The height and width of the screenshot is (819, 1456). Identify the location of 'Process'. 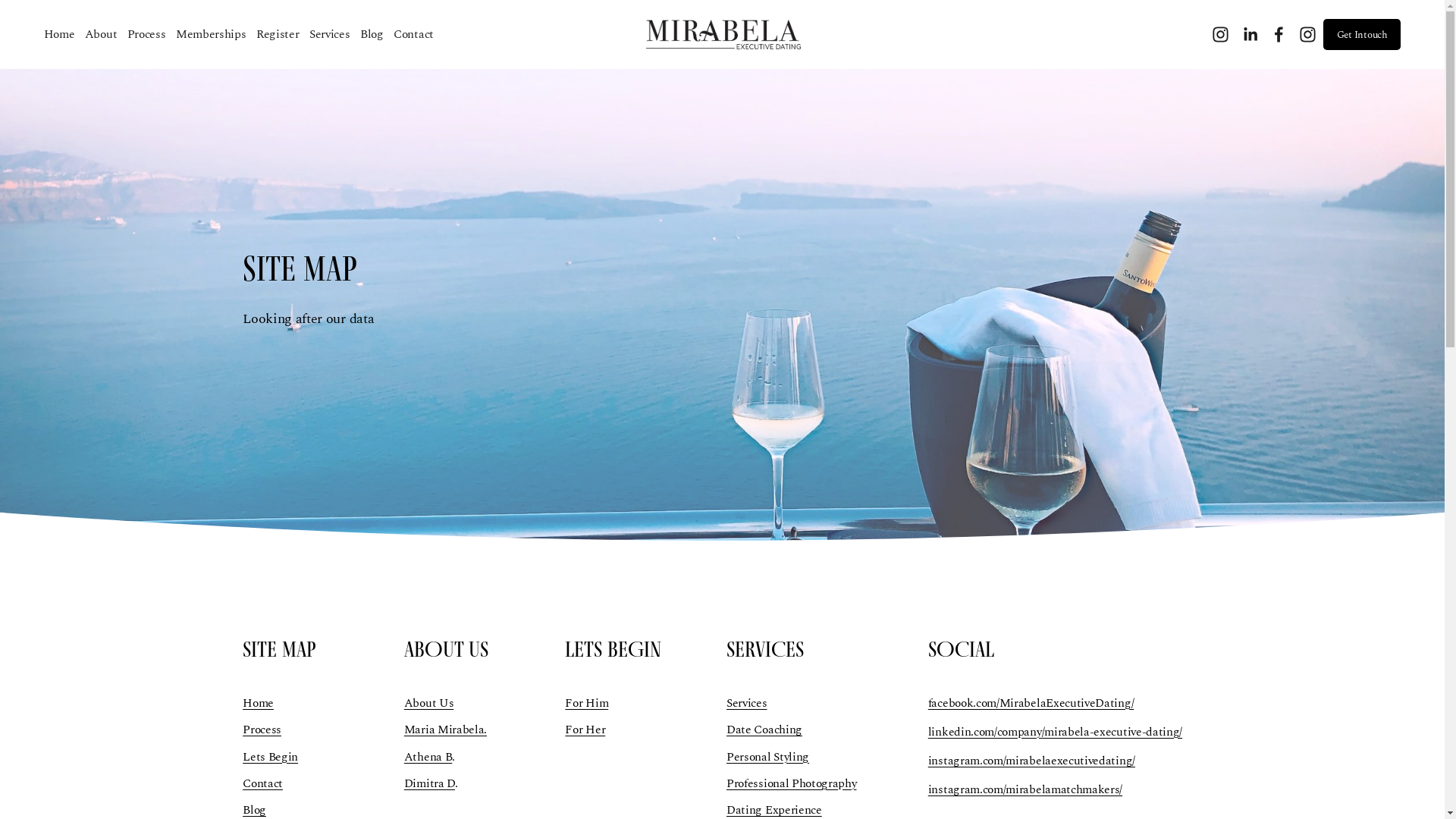
(262, 728).